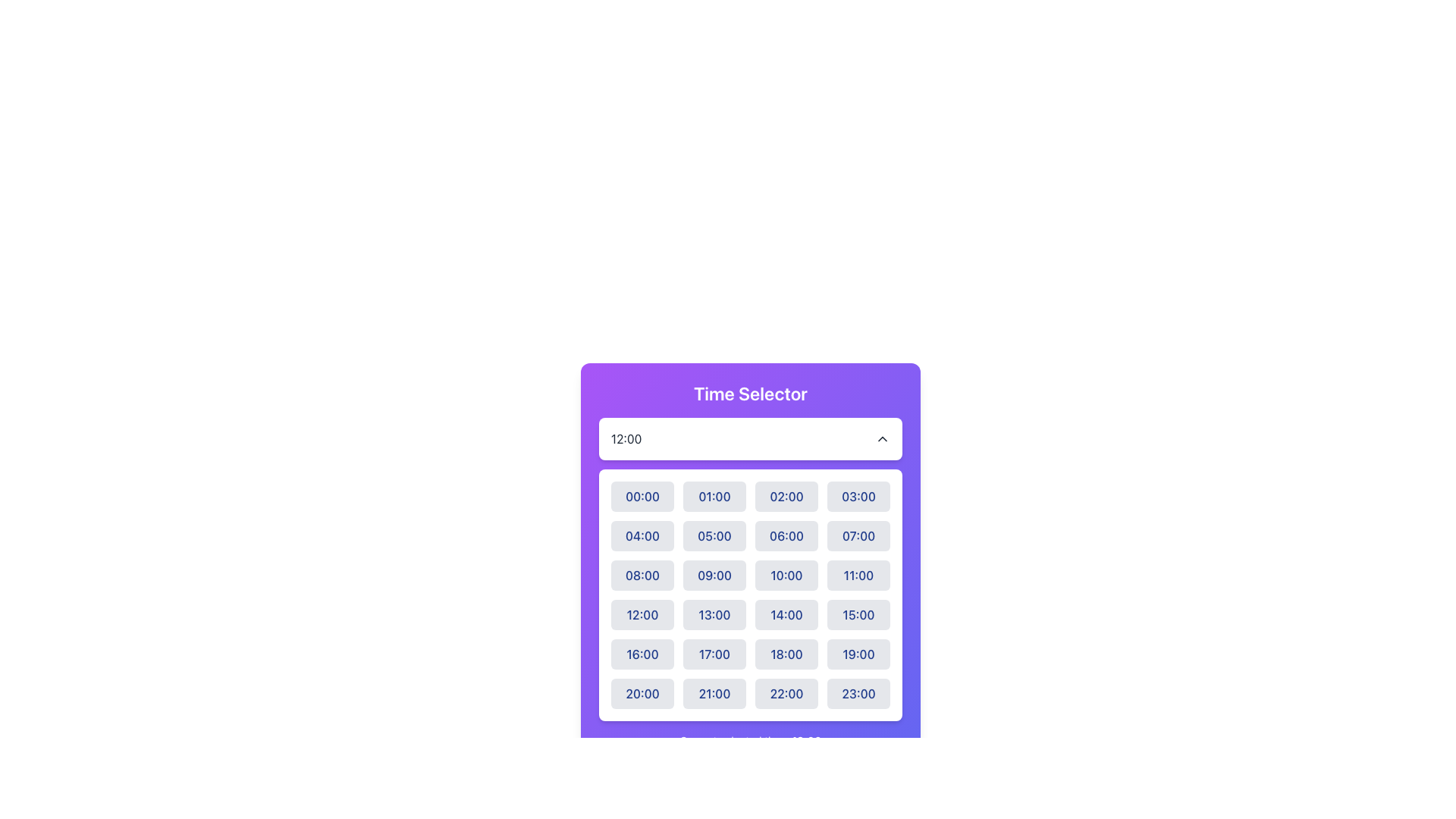 The image size is (1456, 819). Describe the element at coordinates (786, 693) in the screenshot. I see `the rectangular button labeled '22:00' with a light gray background and blue font` at that location.